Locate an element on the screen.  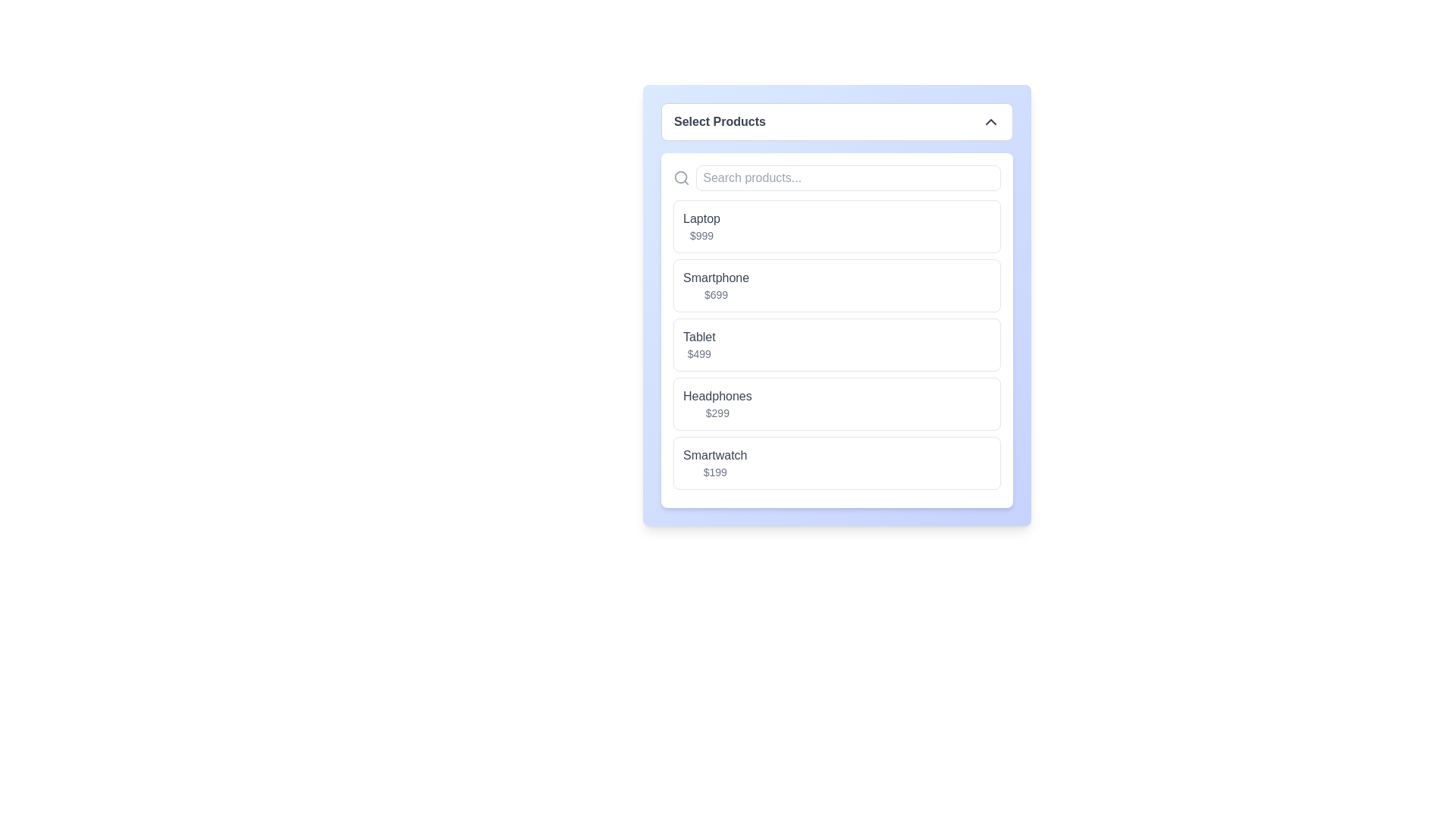
the price text displaying '$299' located beneath the 'Headphones' text is located at coordinates (717, 413).